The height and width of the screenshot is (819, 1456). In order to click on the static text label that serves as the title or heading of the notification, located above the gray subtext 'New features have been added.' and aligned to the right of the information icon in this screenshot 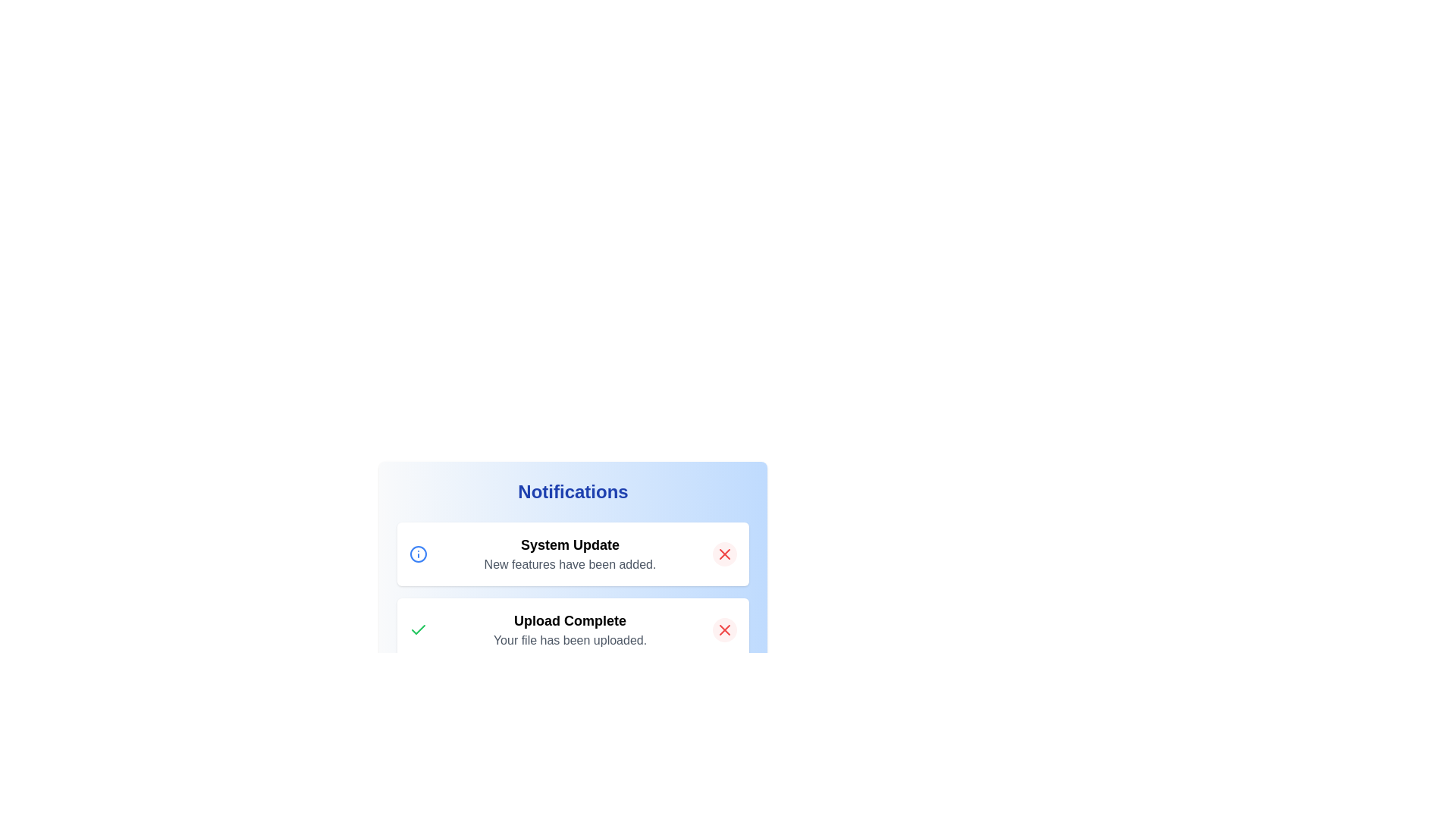, I will do `click(570, 544)`.